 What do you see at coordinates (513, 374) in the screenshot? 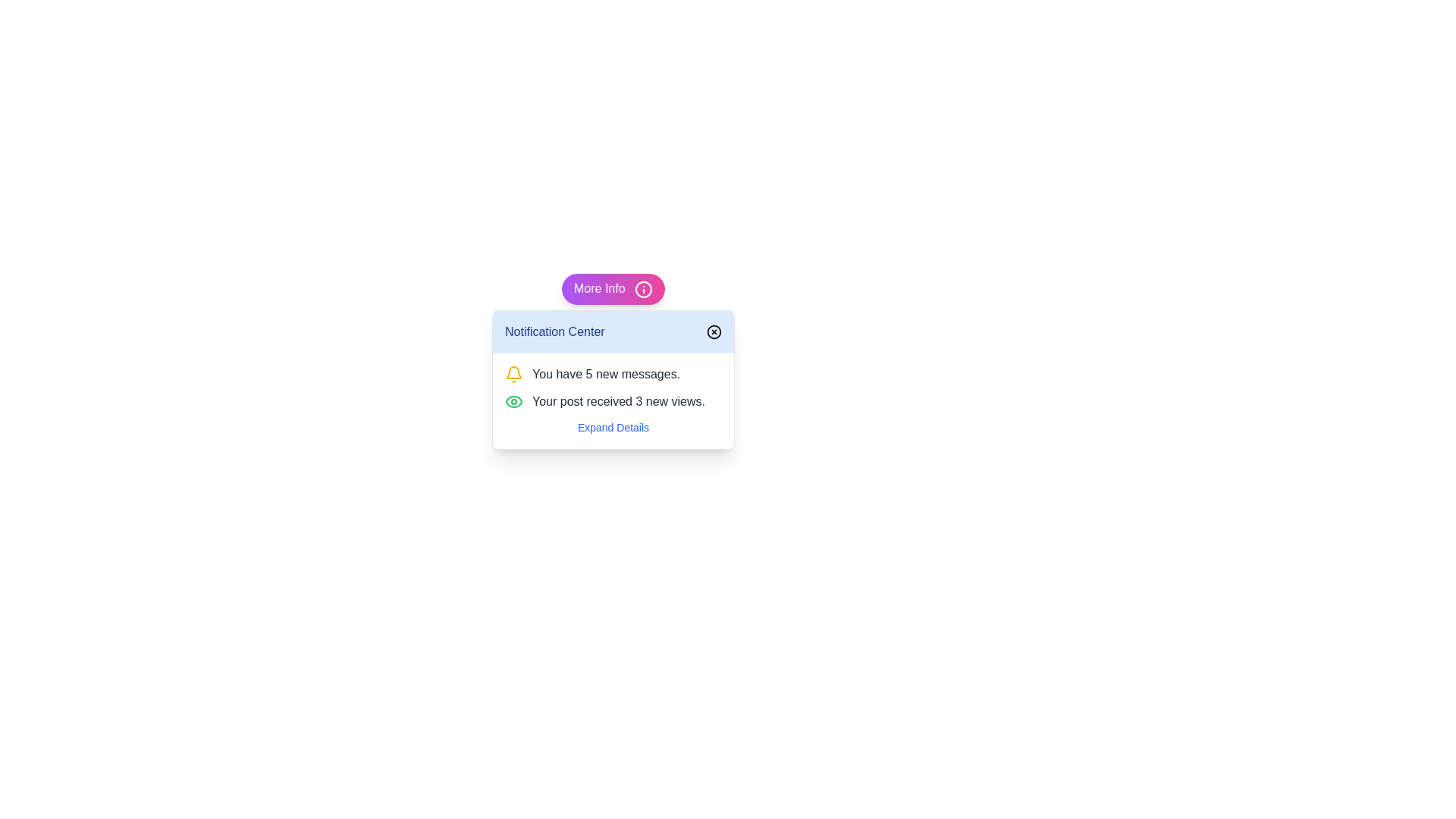
I see `the yellow bell icon that resembles a notification symbol, positioned to the left of the text 'You have 5 new messages.'` at bounding box center [513, 374].